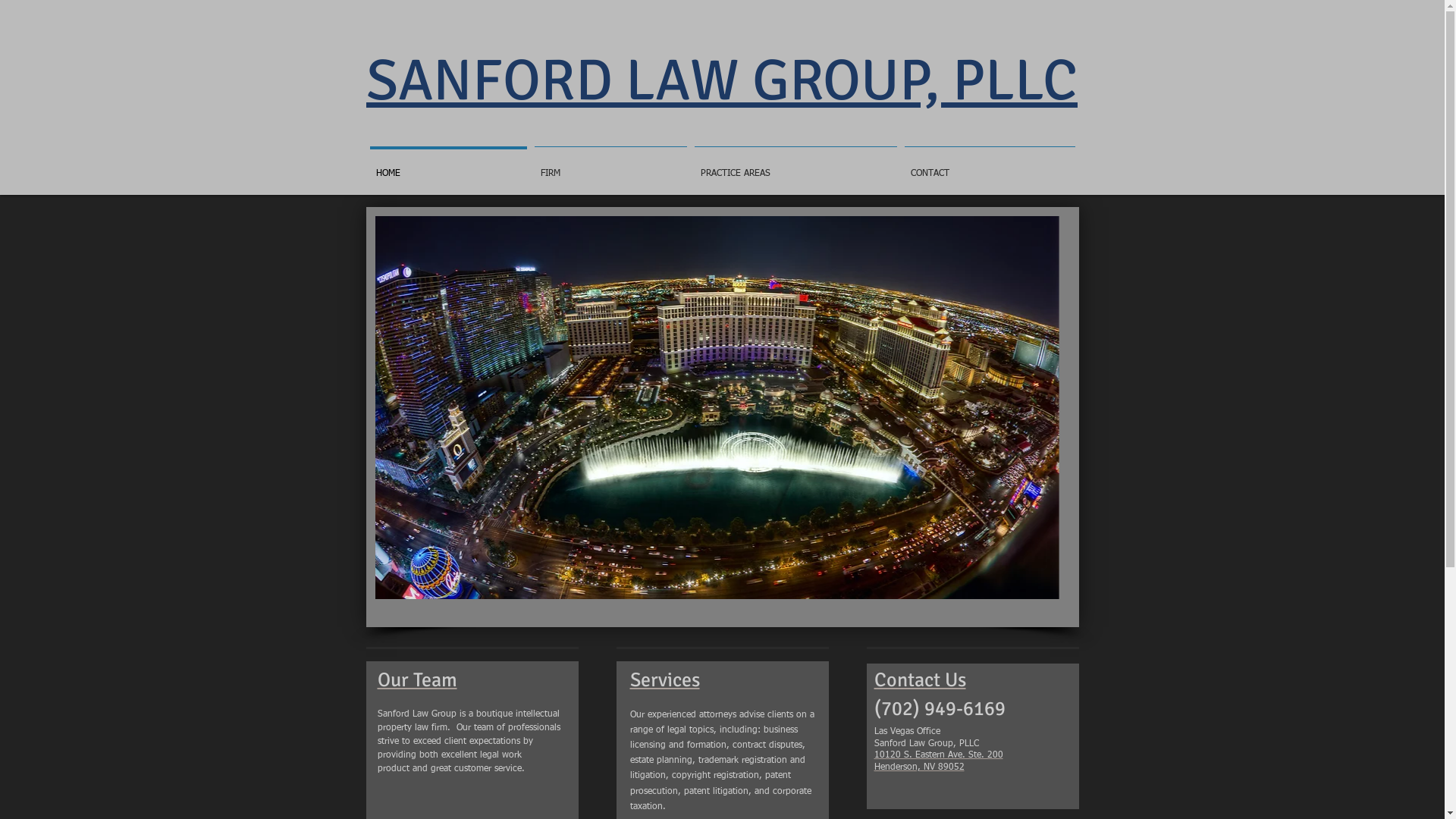  I want to click on '10120 S. Eastern Ave. Ste. 200', so click(937, 736).